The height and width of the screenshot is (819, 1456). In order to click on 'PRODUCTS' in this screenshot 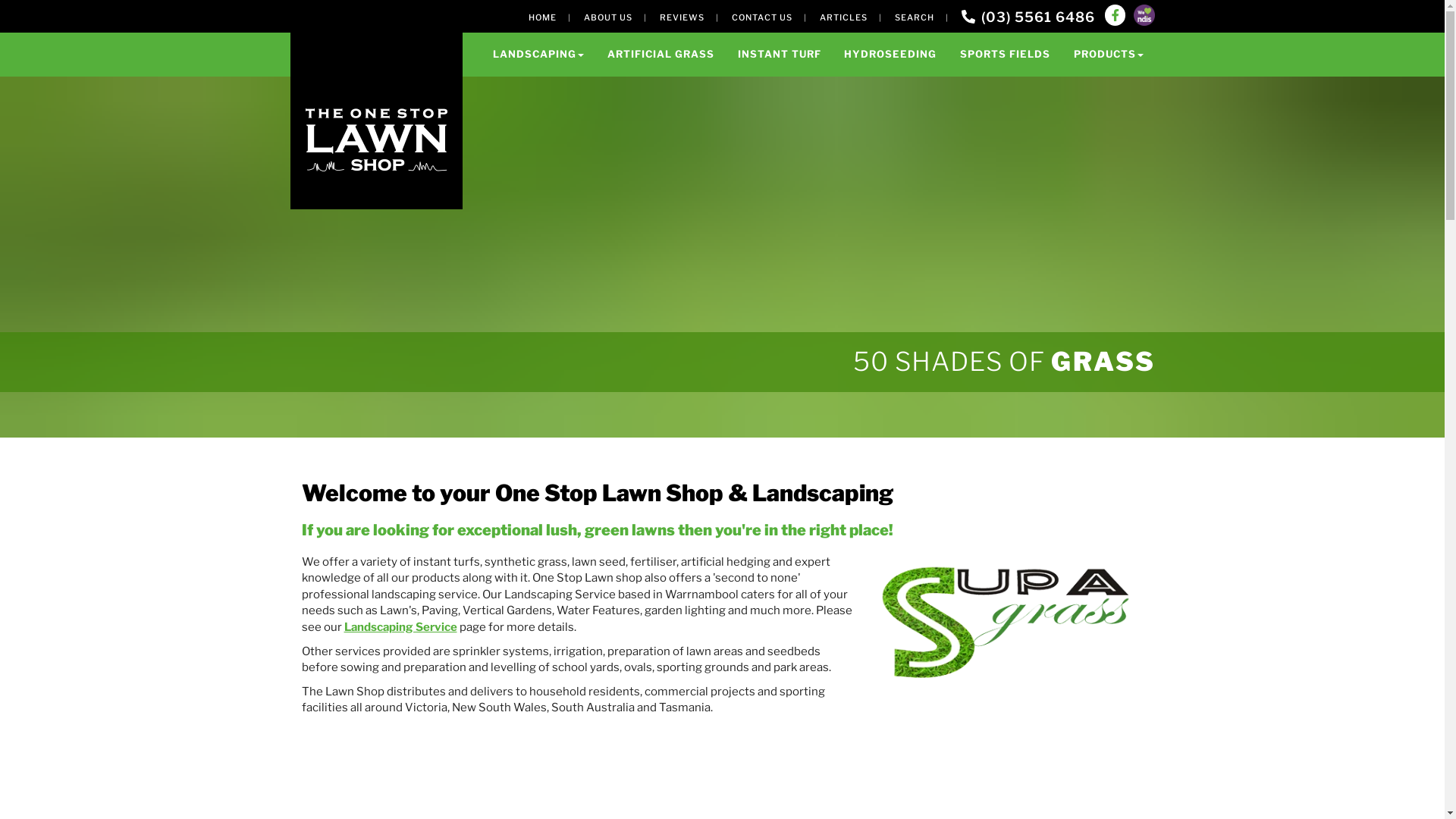, I will do `click(1109, 54)`.